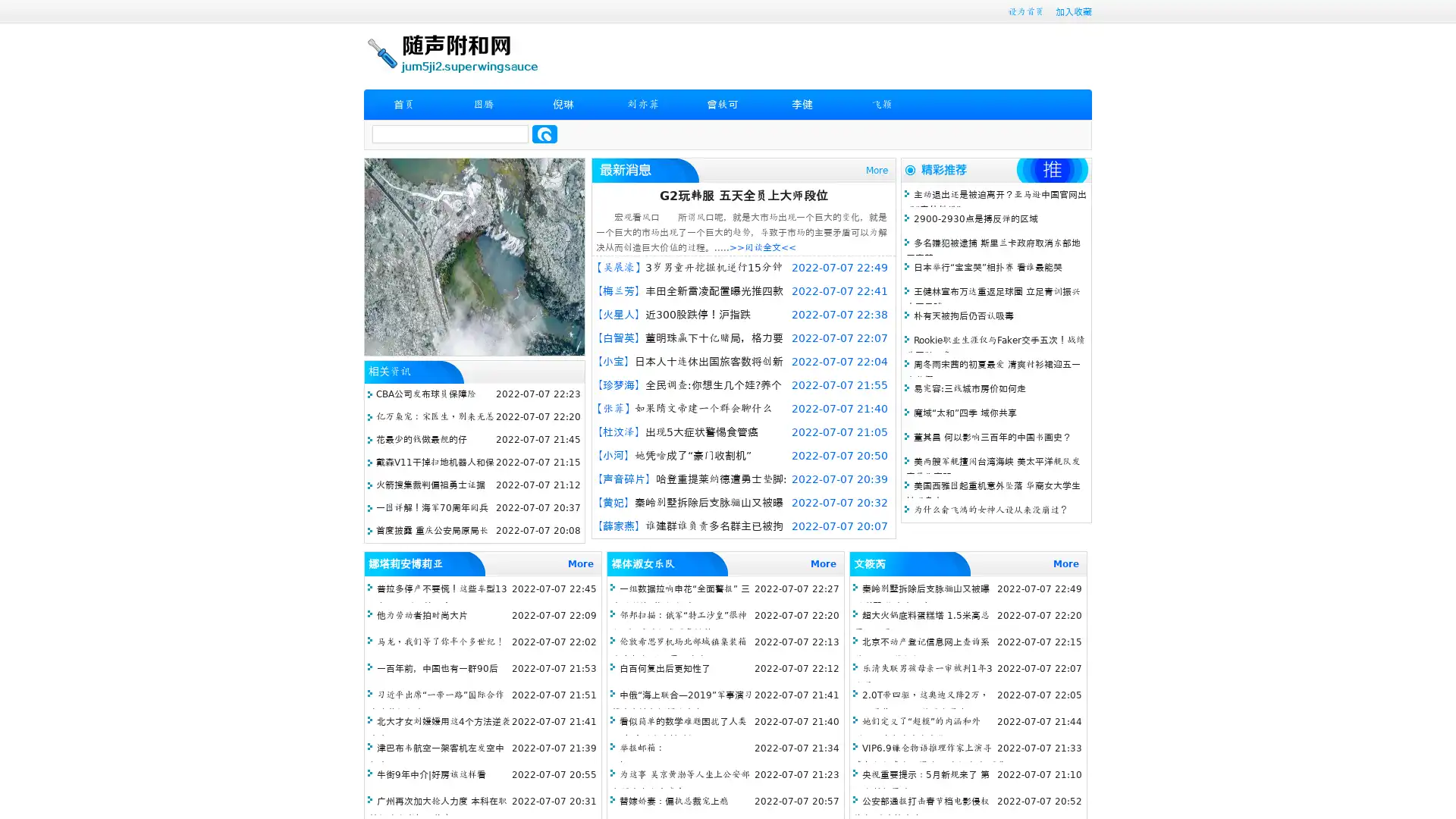 The image size is (1456, 819). Describe the element at coordinates (544, 133) in the screenshot. I see `Search` at that location.